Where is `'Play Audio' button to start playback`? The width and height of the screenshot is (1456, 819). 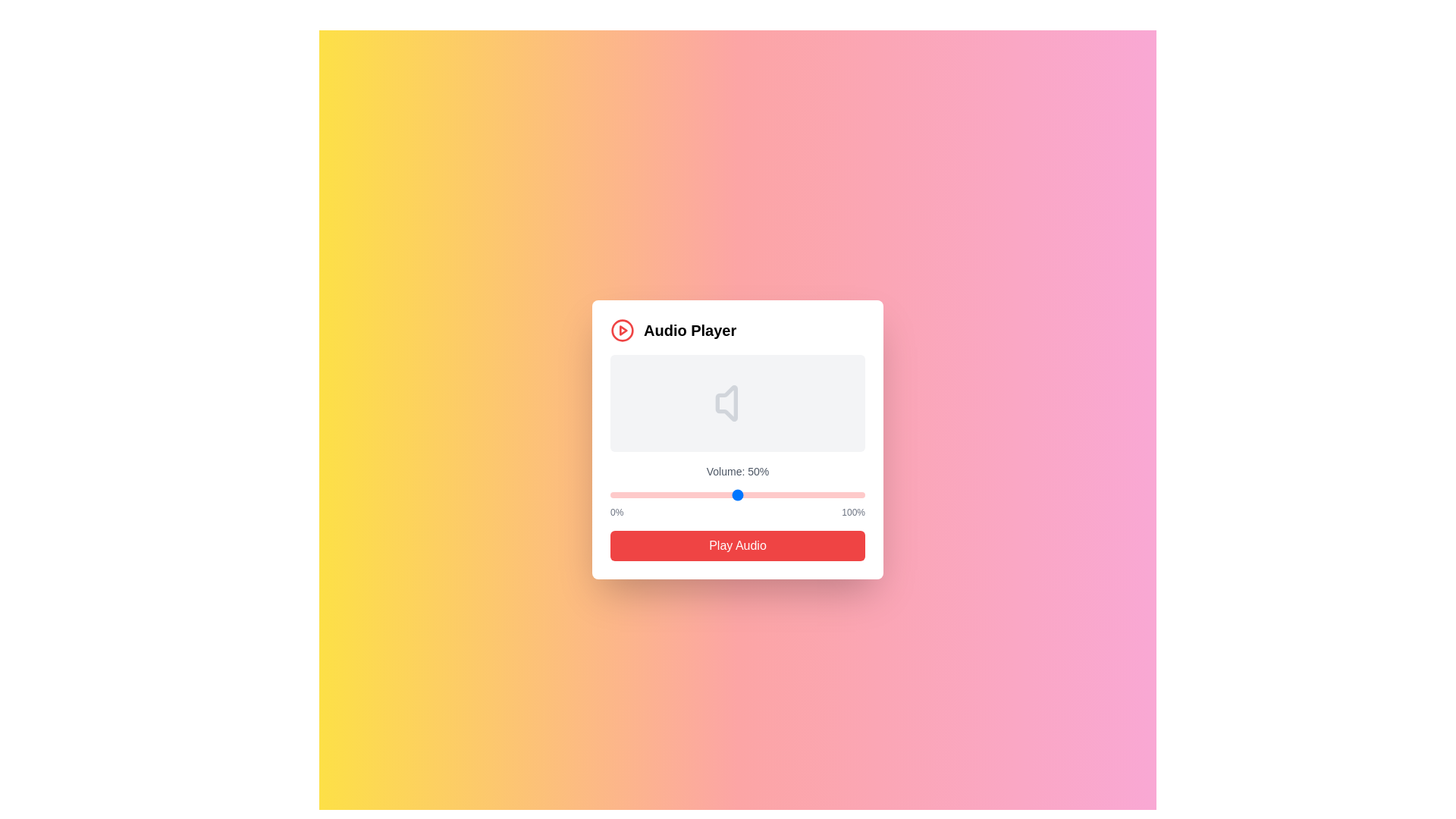
'Play Audio' button to start playback is located at coordinates (738, 546).